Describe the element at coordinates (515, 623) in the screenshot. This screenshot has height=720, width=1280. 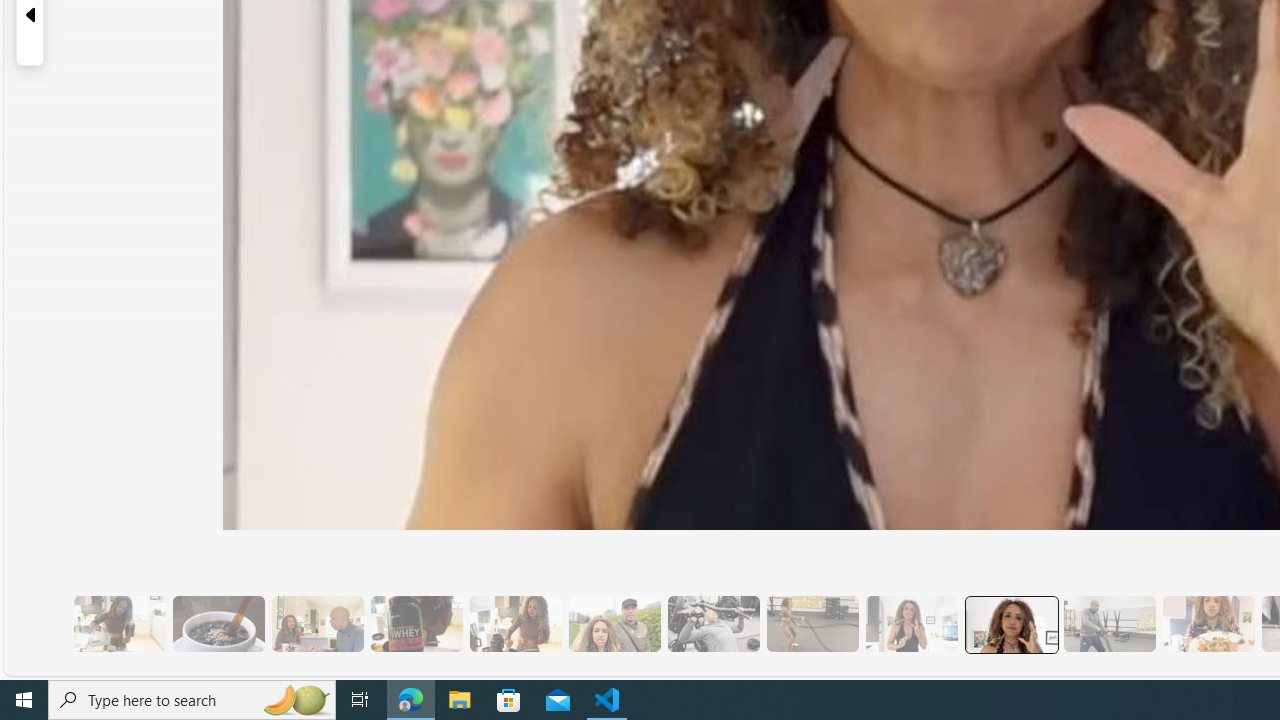
I see `'7 They Don'` at that location.